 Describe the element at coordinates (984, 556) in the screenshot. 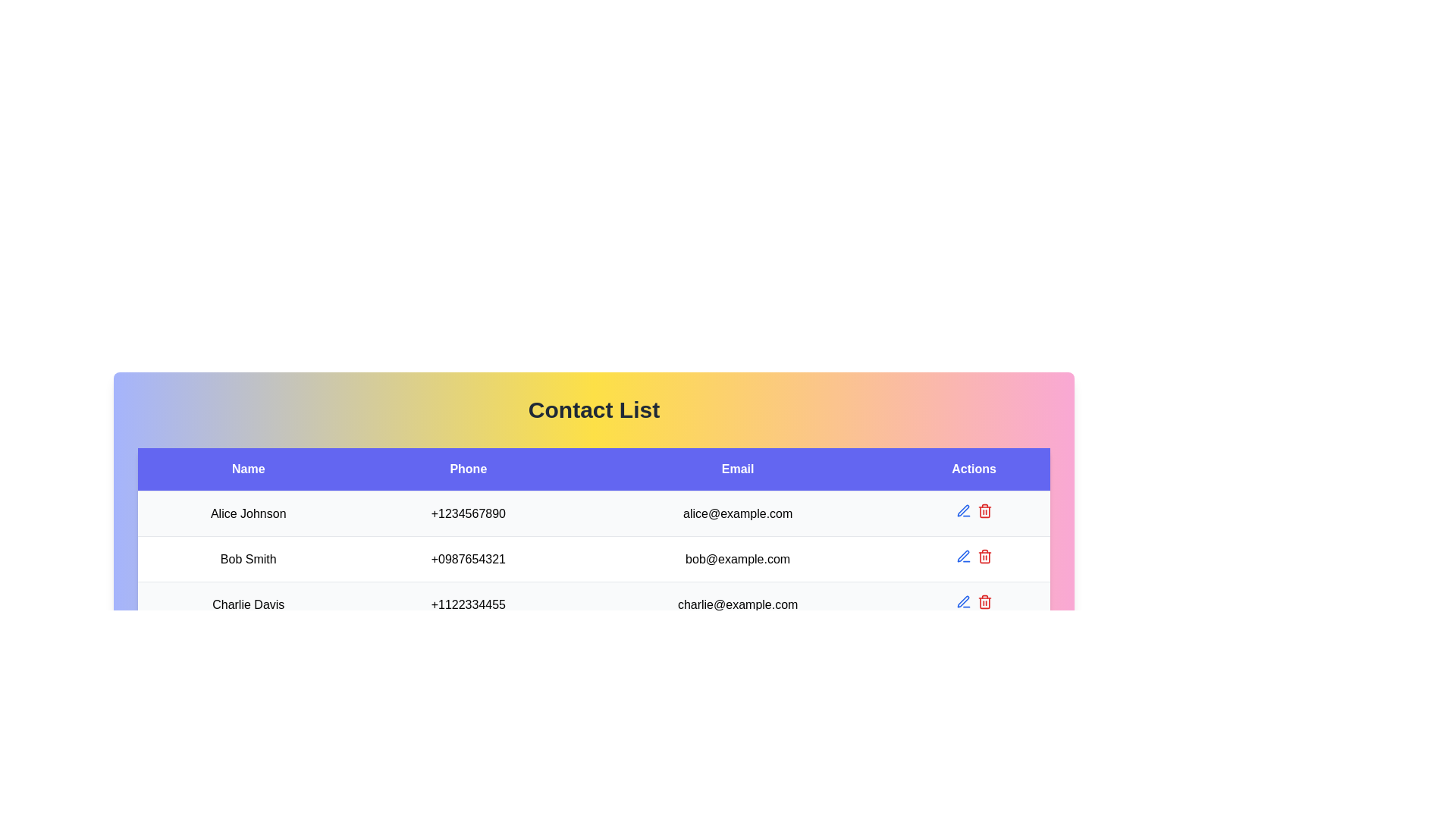

I see `the trash bin delete button in the 'Actions' column of the 'Contact List' table to change its color` at that location.